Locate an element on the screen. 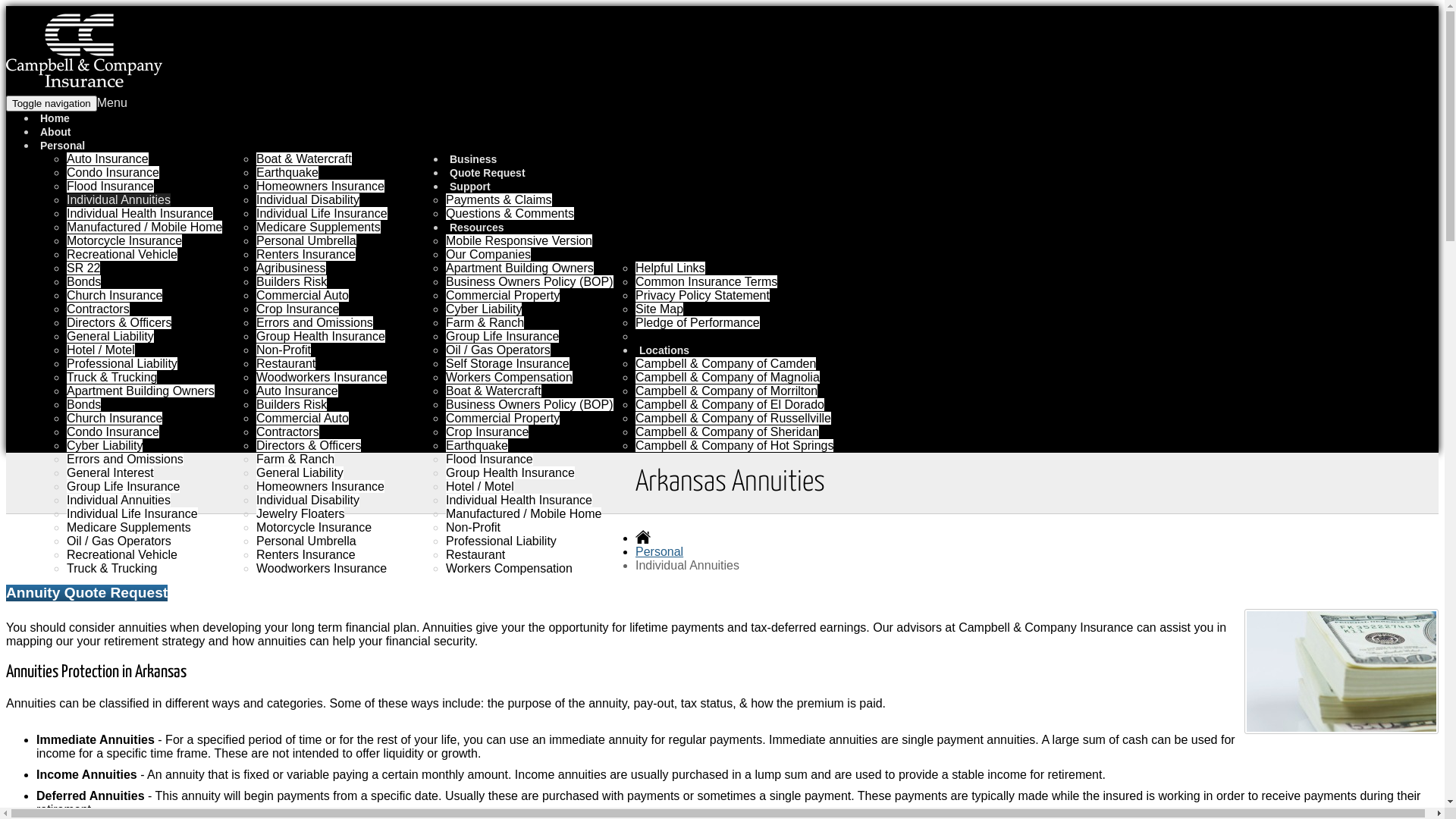 This screenshot has width=1456, height=819. 'Campbell & Company of Camden' is located at coordinates (635, 363).